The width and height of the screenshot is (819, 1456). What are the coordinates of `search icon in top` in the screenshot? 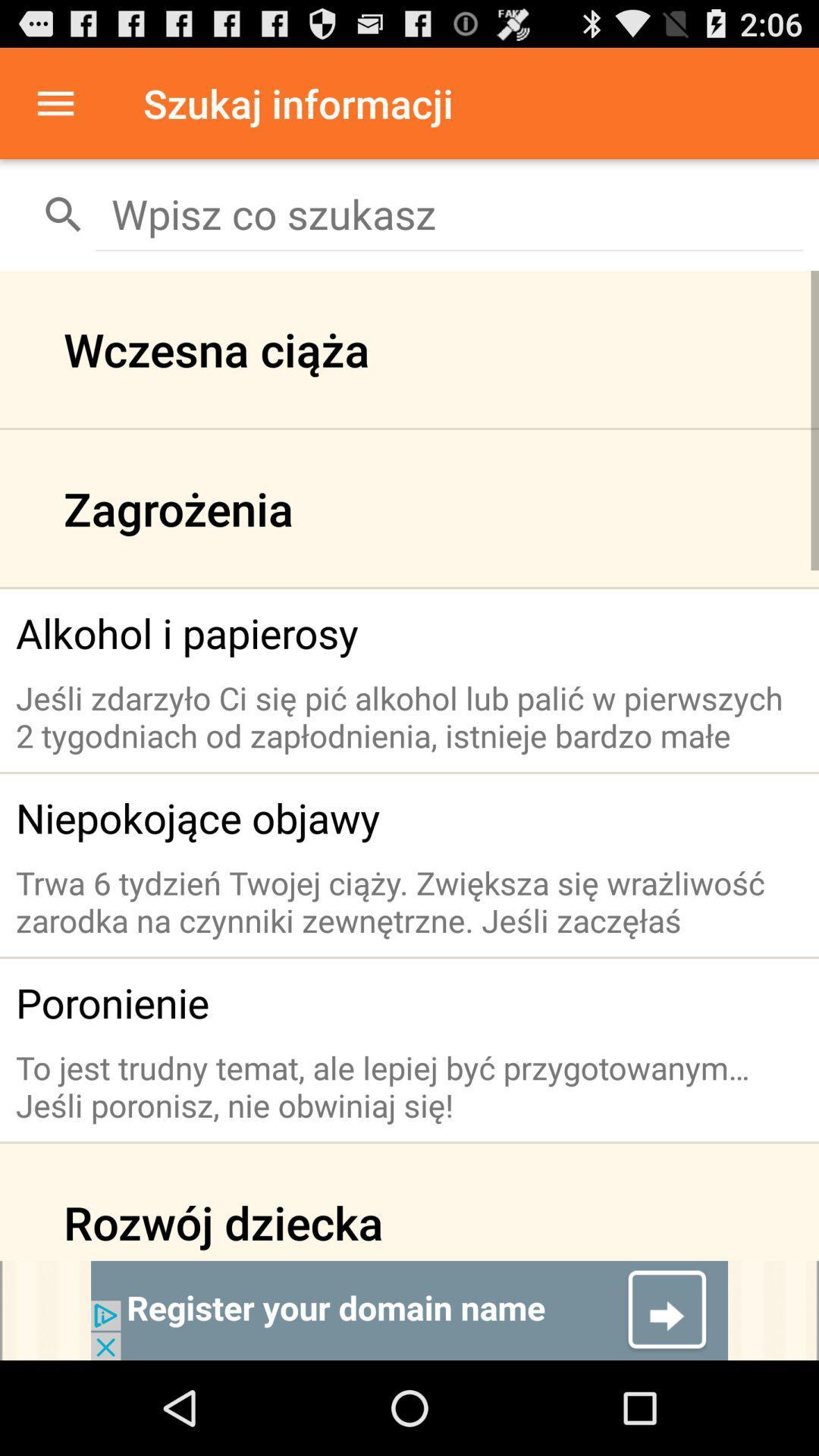 It's located at (63, 214).